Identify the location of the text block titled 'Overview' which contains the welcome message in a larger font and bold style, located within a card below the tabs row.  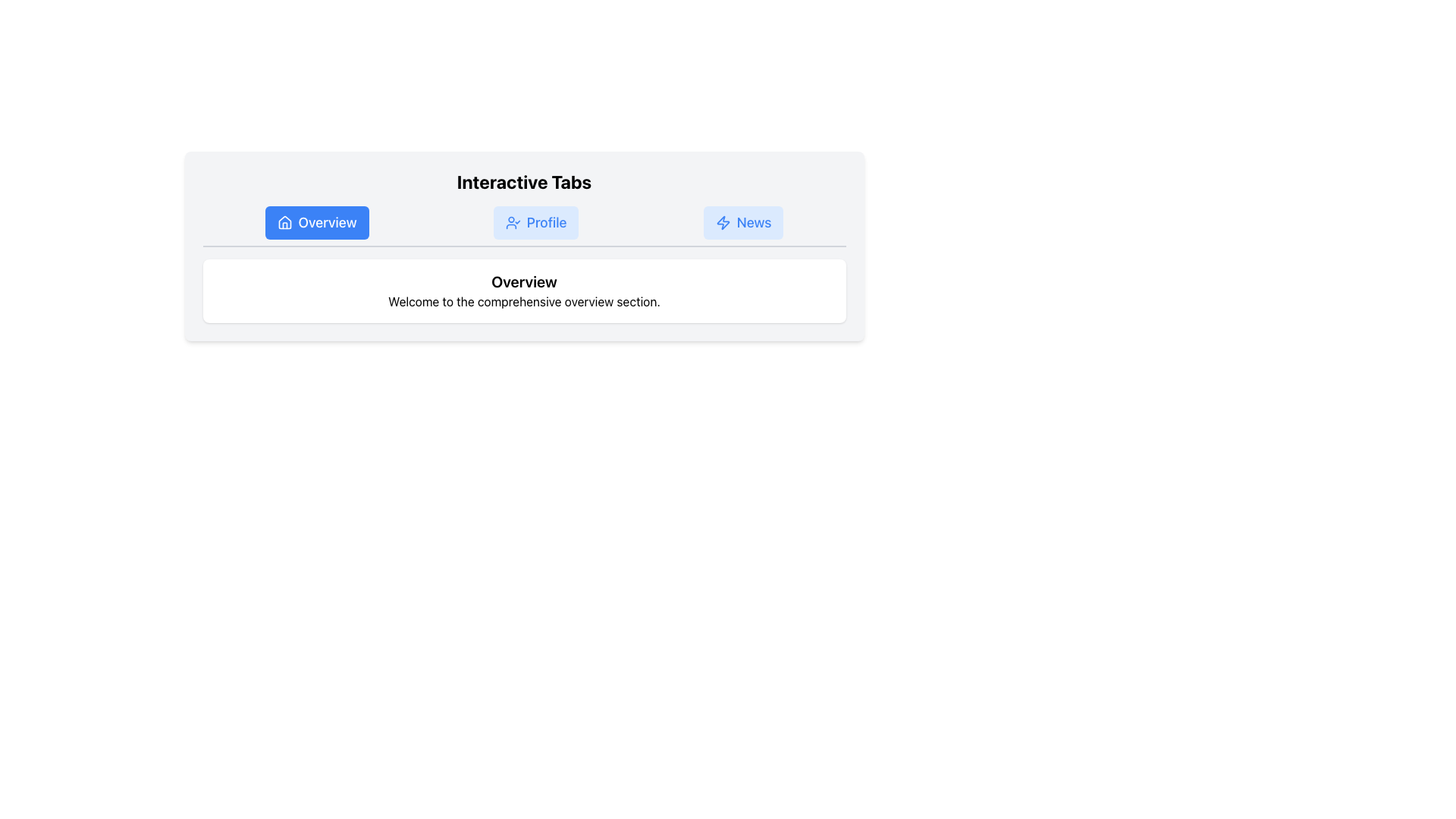
(524, 291).